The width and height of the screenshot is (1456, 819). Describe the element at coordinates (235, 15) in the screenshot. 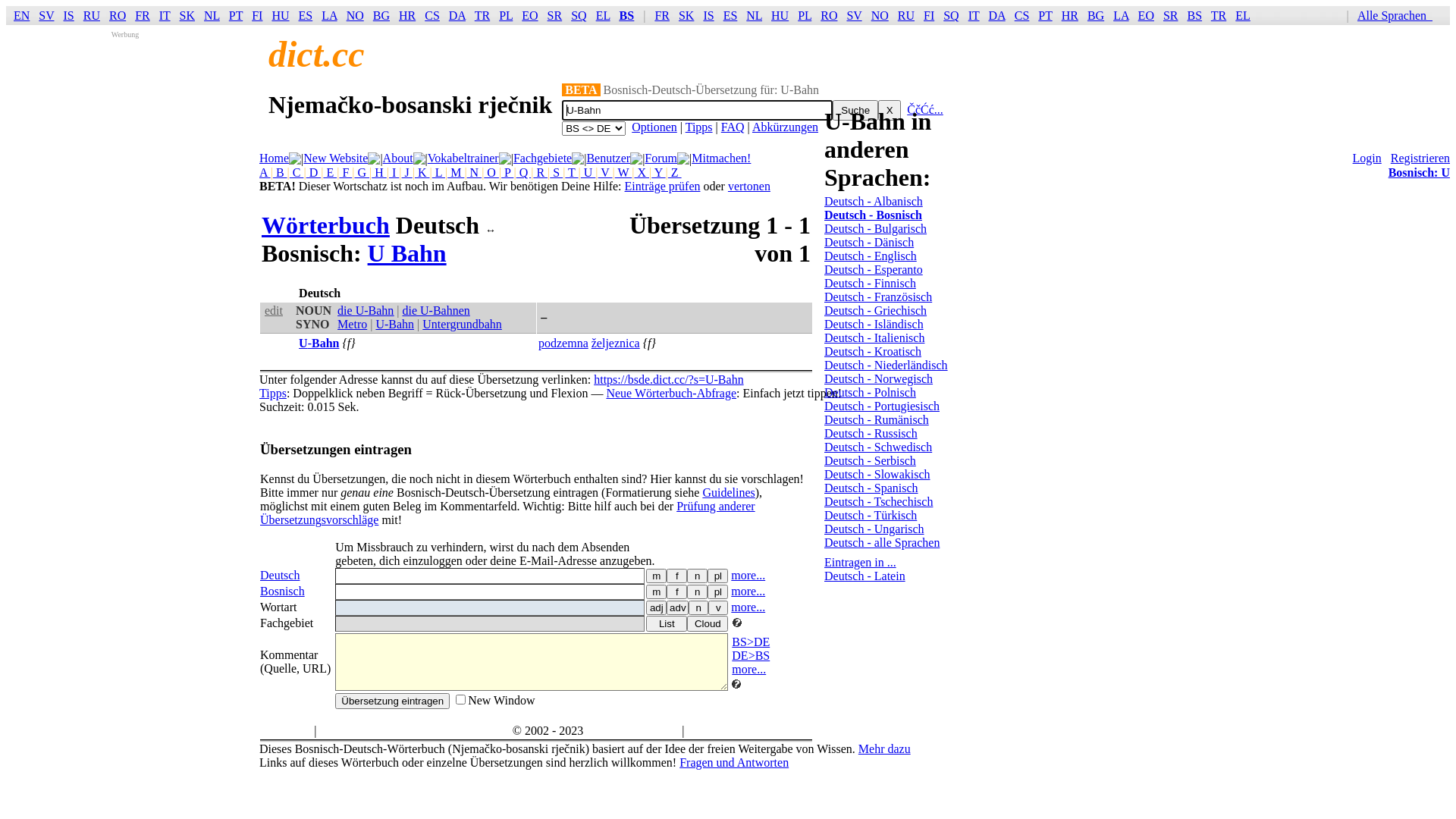

I see `'PT'` at that location.